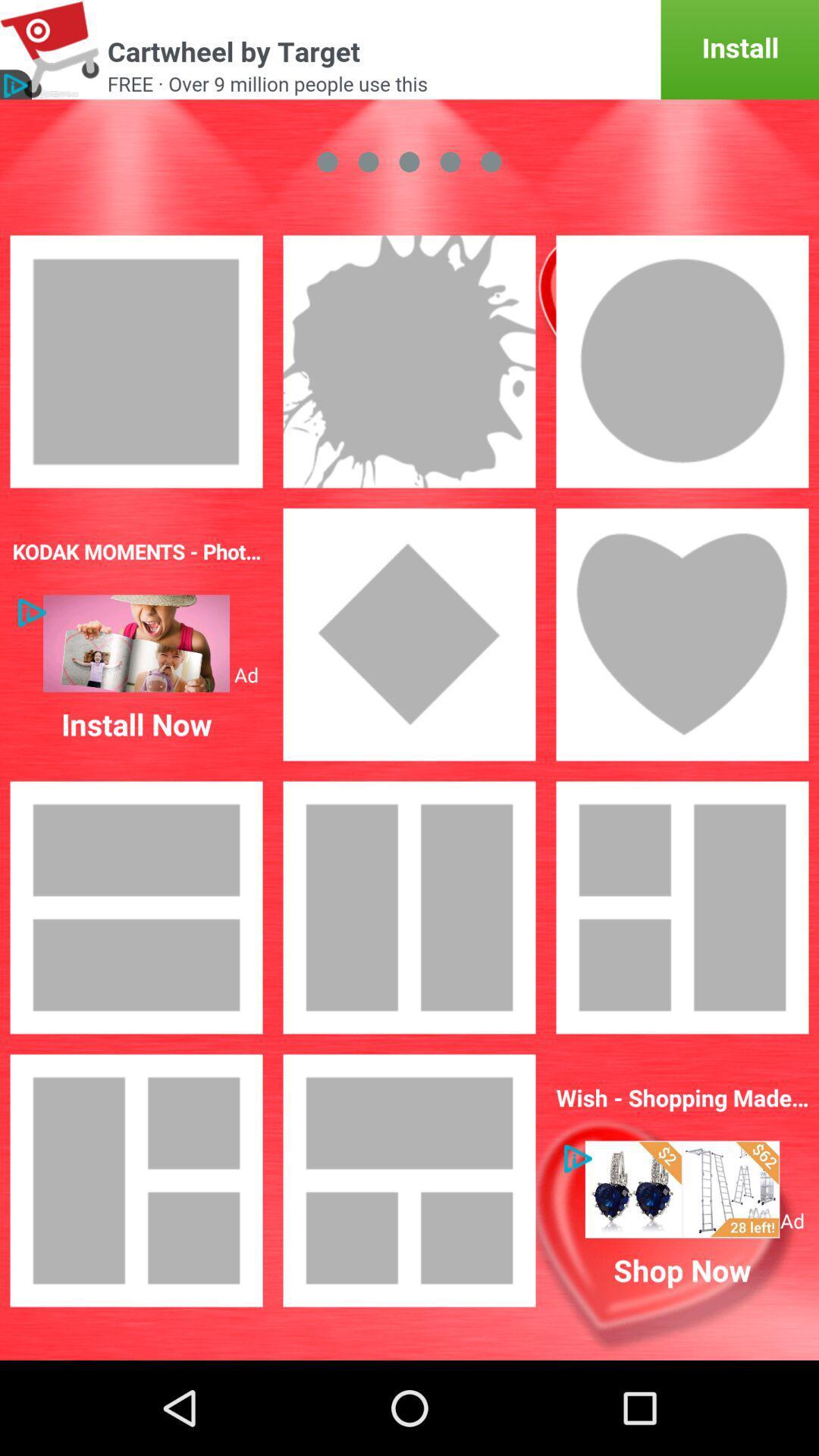 The height and width of the screenshot is (1456, 819). What do you see at coordinates (681, 907) in the screenshot?
I see `frame` at bounding box center [681, 907].